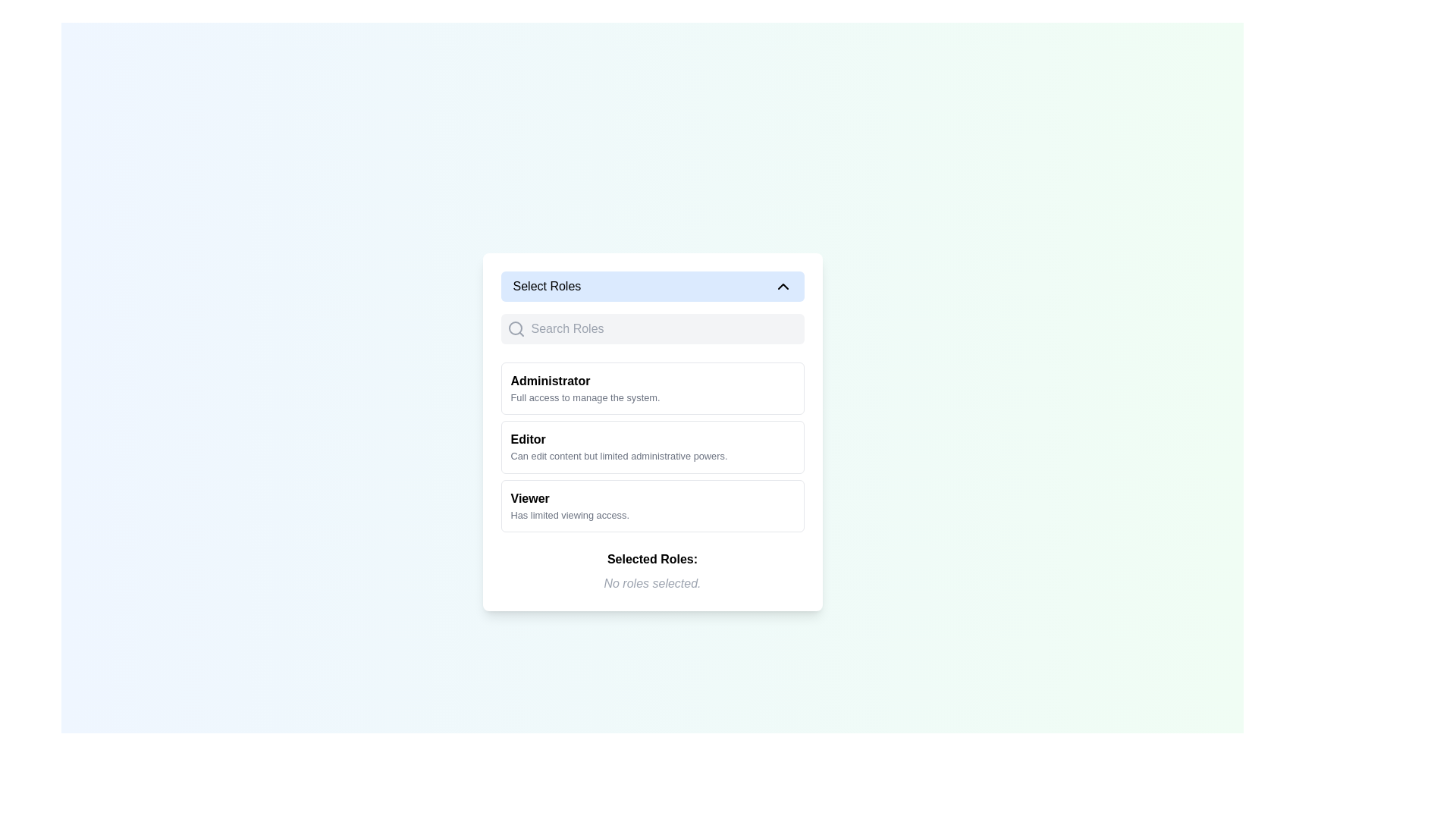  I want to click on the 'Viewer' role selection option located at the bottom of the 'Select Roles' list, so click(652, 506).